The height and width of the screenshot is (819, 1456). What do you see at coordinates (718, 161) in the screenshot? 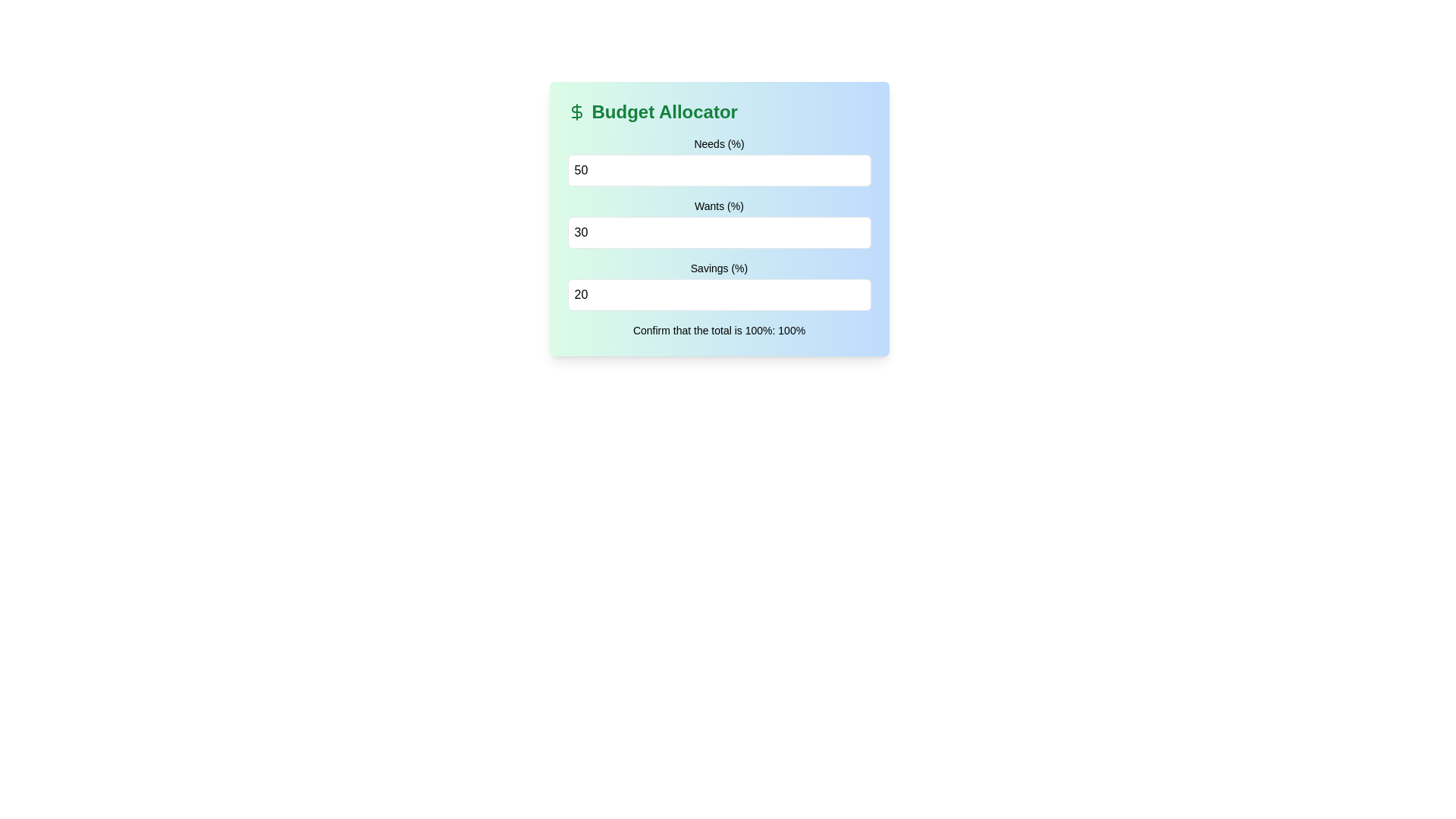
I see `on the labeled numeric input field for 'Needs (%)'` at bounding box center [718, 161].